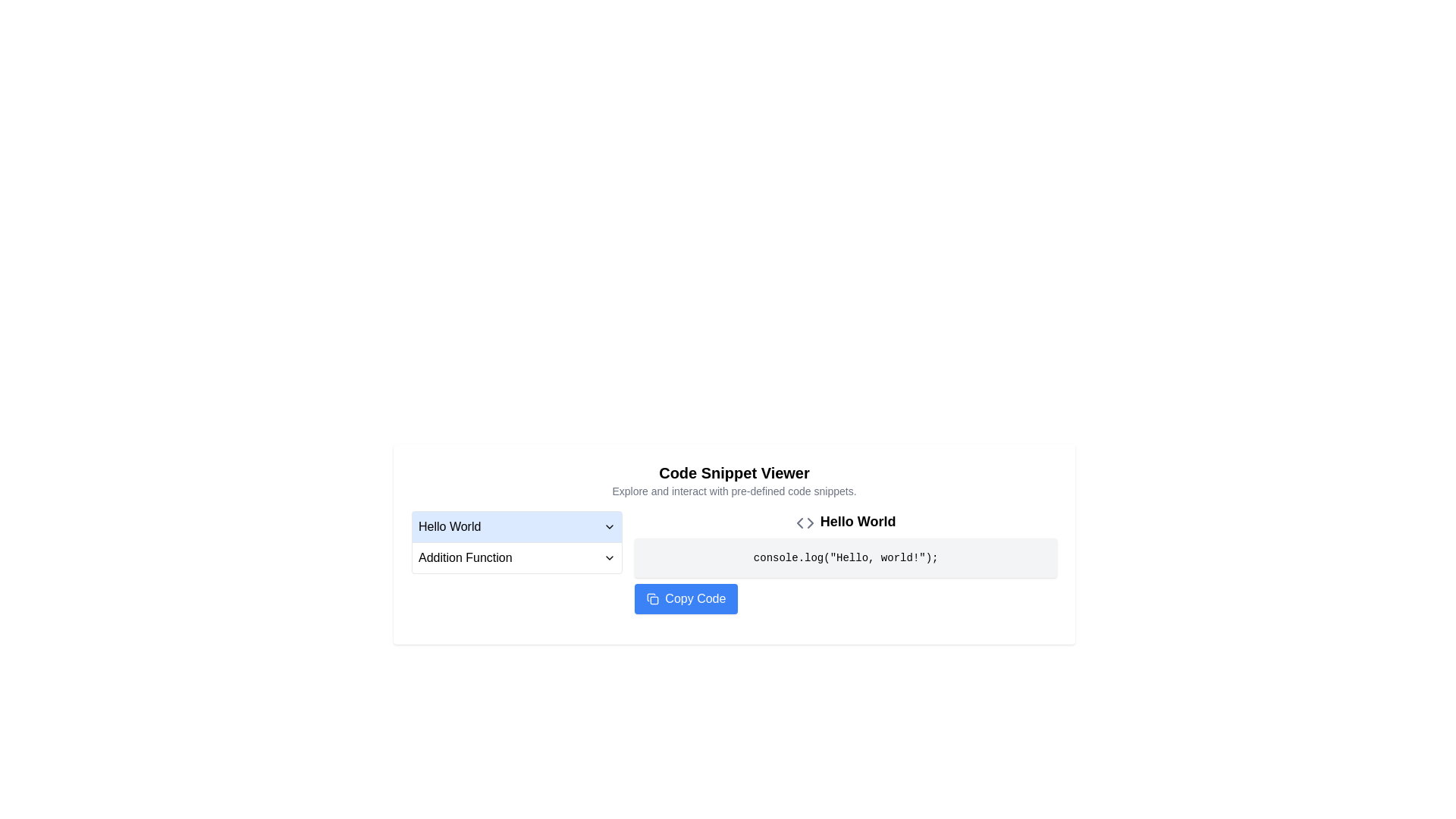 The height and width of the screenshot is (819, 1456). What do you see at coordinates (610, 526) in the screenshot?
I see `the Chevron icon located in the upper-right corner of the 'Hello World' button` at bounding box center [610, 526].